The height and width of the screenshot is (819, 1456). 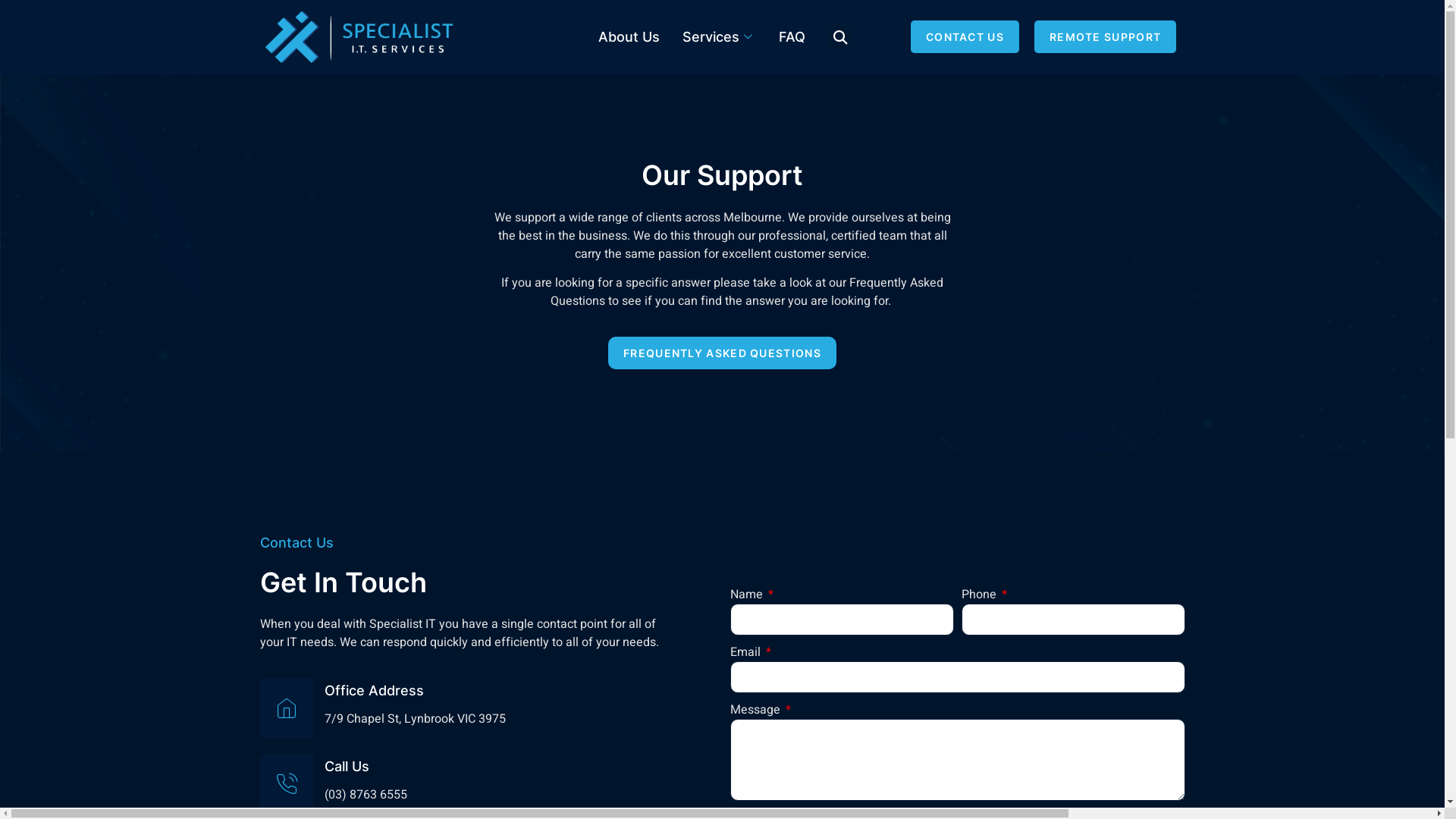 I want to click on 'FAQ', so click(x=791, y=36).